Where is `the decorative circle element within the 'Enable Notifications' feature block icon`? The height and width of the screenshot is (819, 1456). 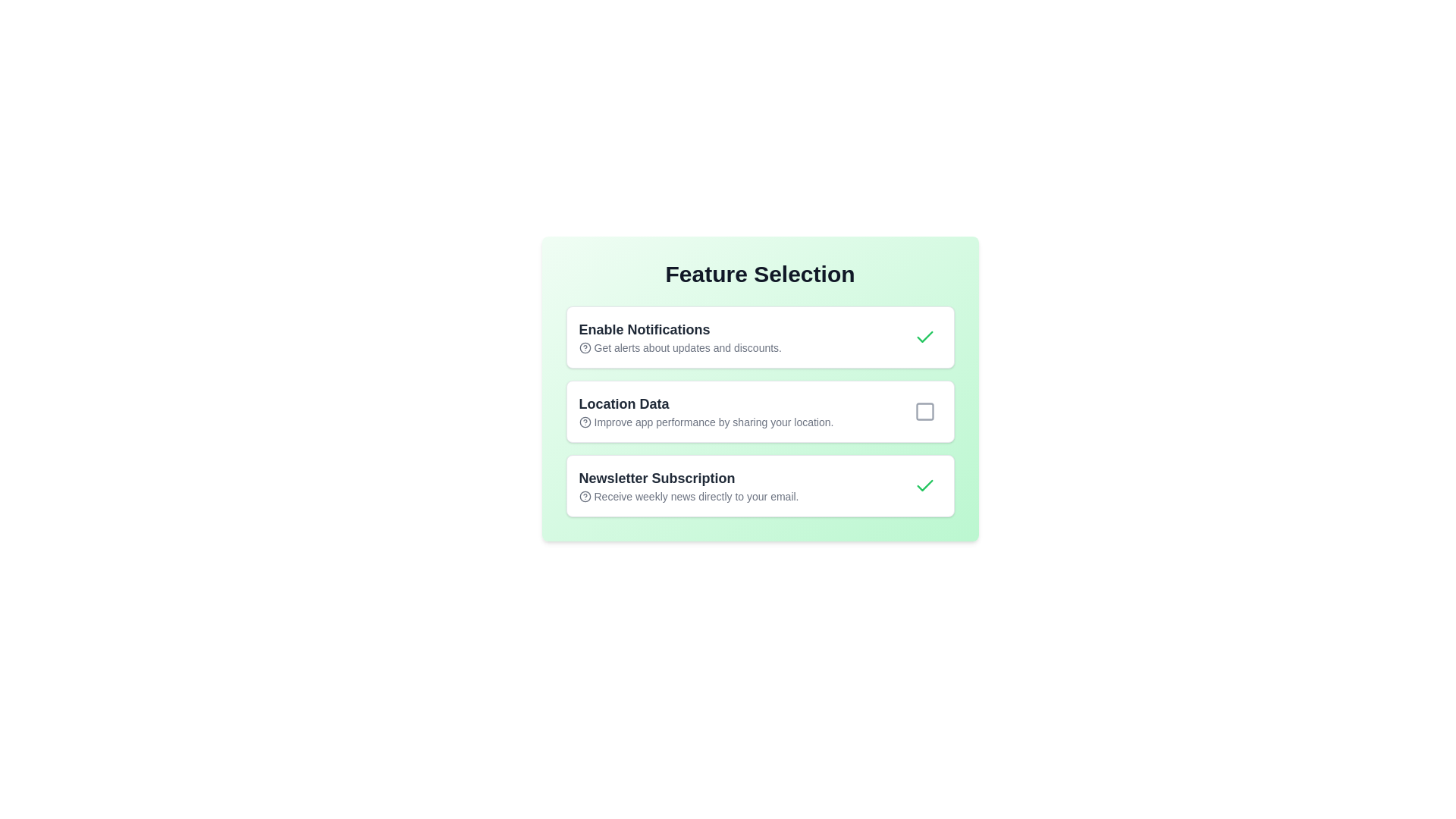
the decorative circle element within the 'Enable Notifications' feature block icon is located at coordinates (584, 348).